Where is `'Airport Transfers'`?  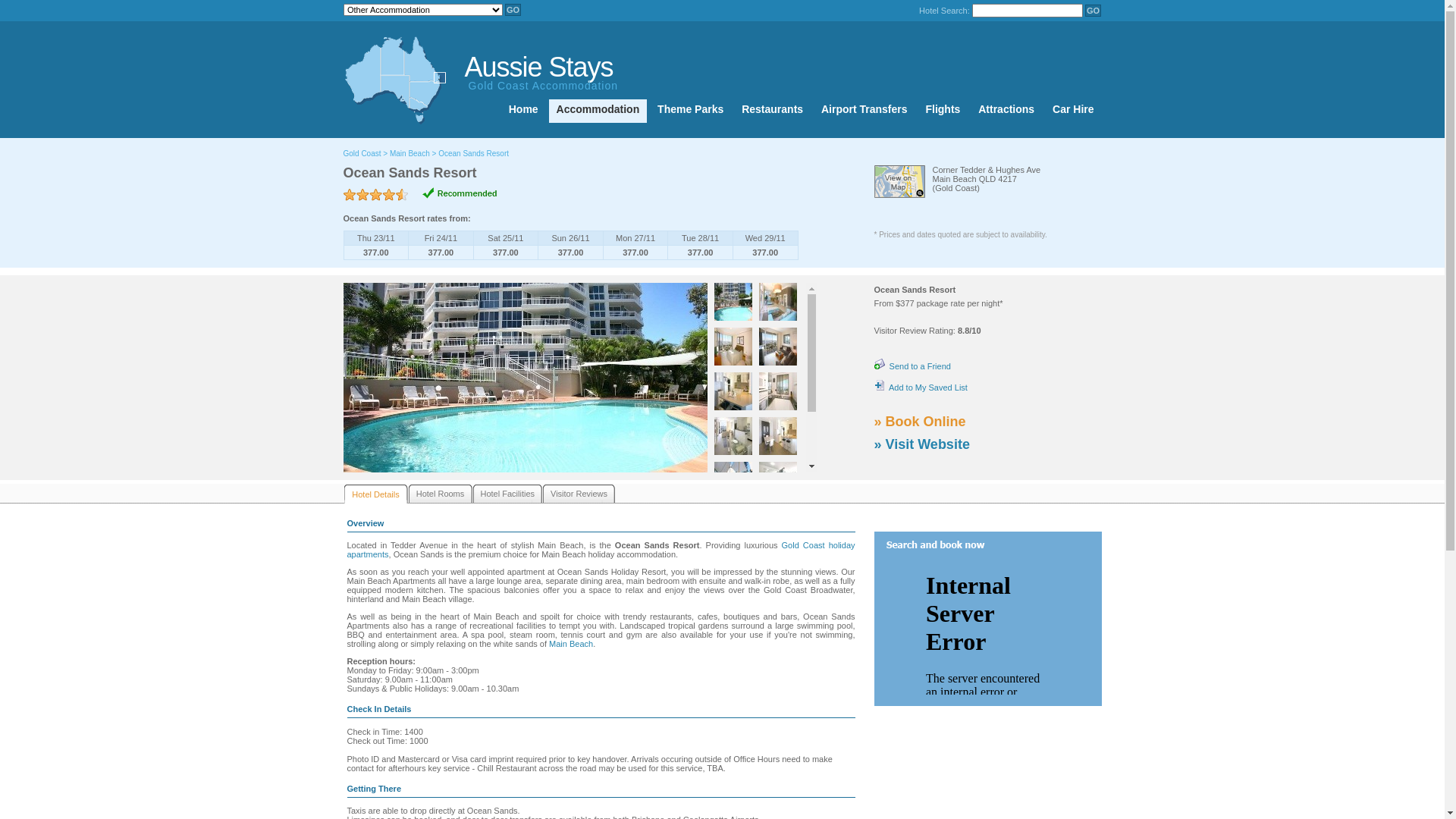 'Airport Transfers' is located at coordinates (864, 110).